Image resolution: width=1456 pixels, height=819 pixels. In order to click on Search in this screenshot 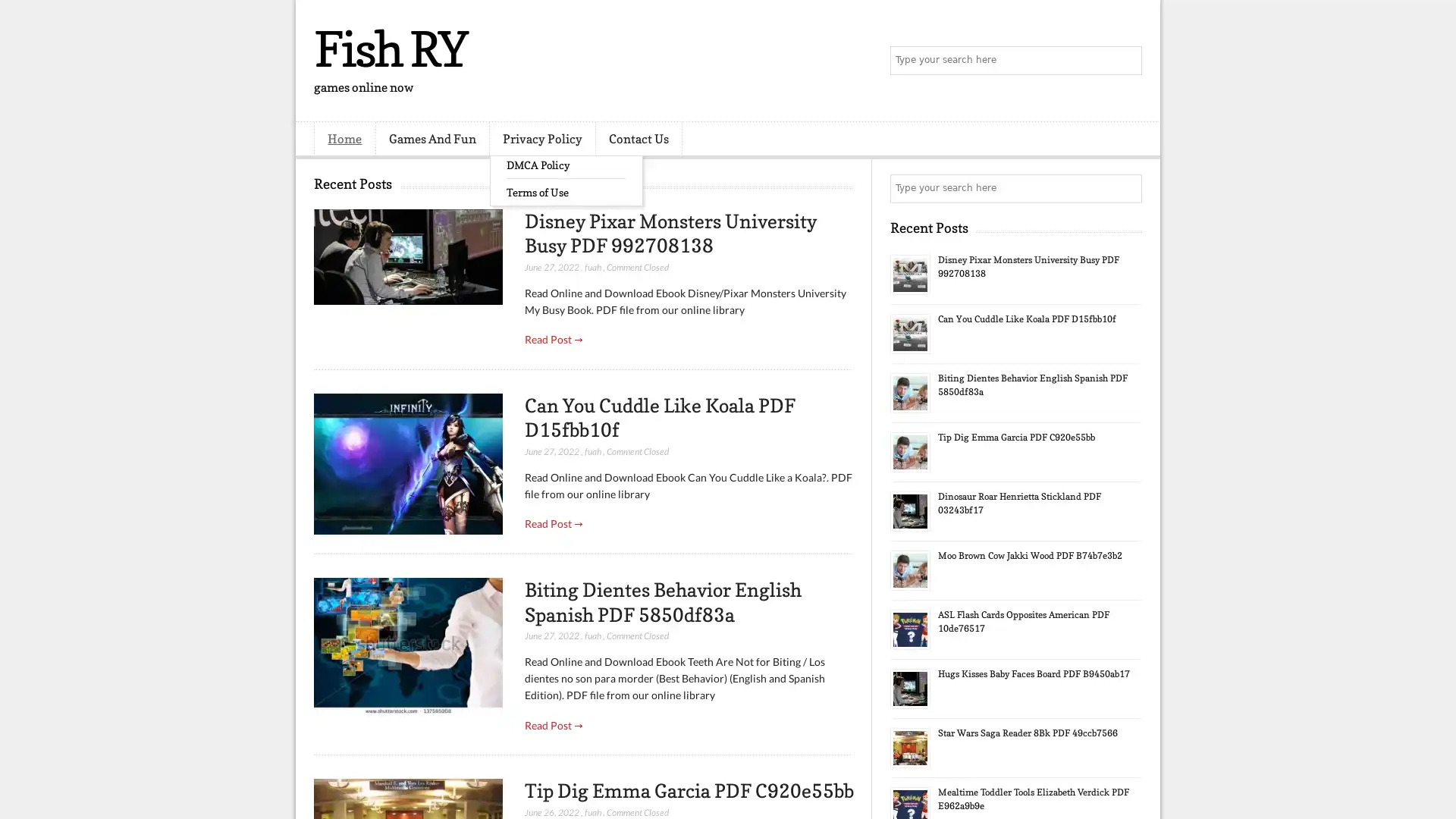, I will do `click(1126, 61)`.